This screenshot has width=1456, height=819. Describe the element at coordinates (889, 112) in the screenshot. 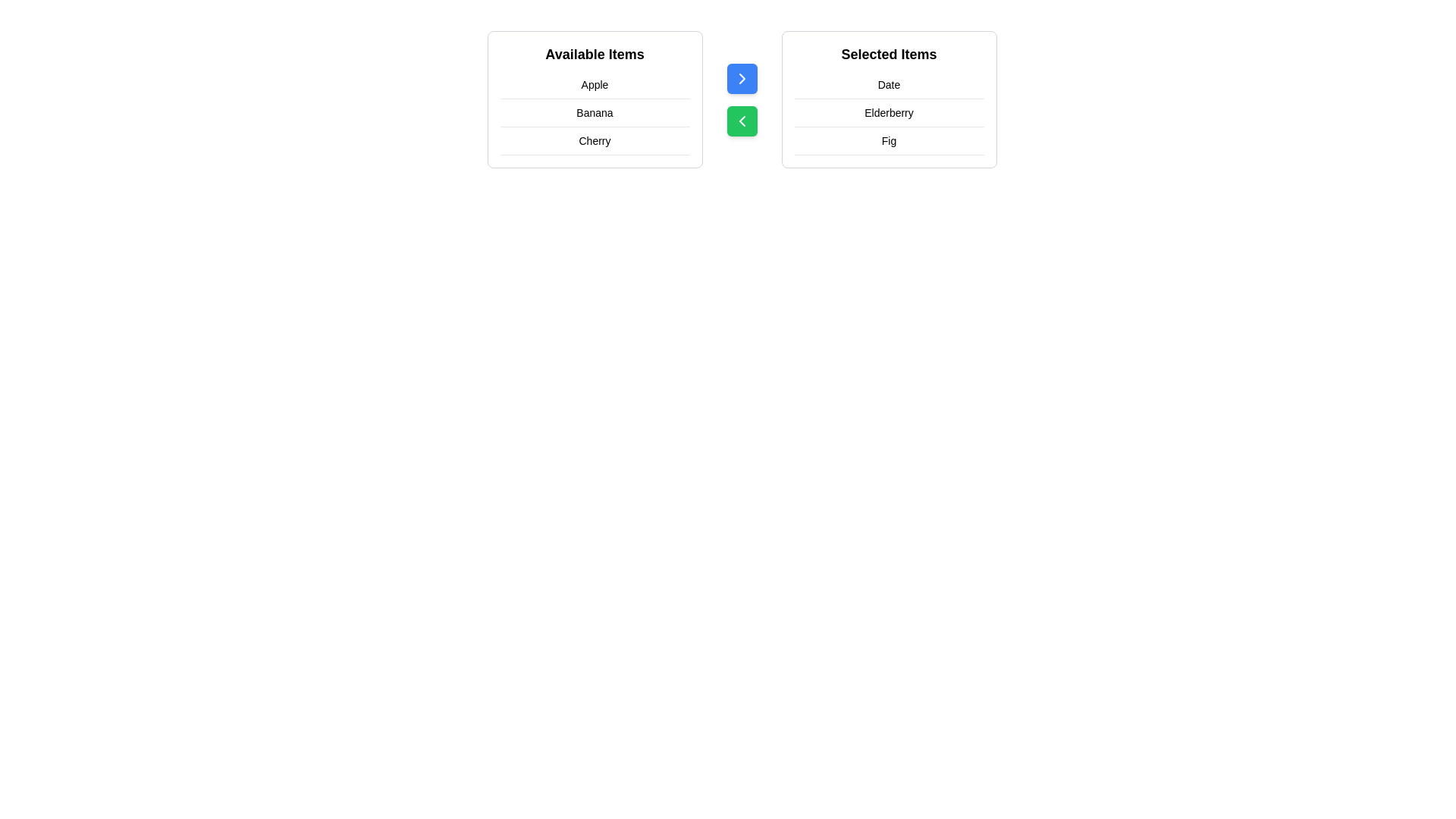

I see `the static text element that displays the second selected item in the 'Selected Items' section, positioned below 'Date' and above 'Fig'` at that location.